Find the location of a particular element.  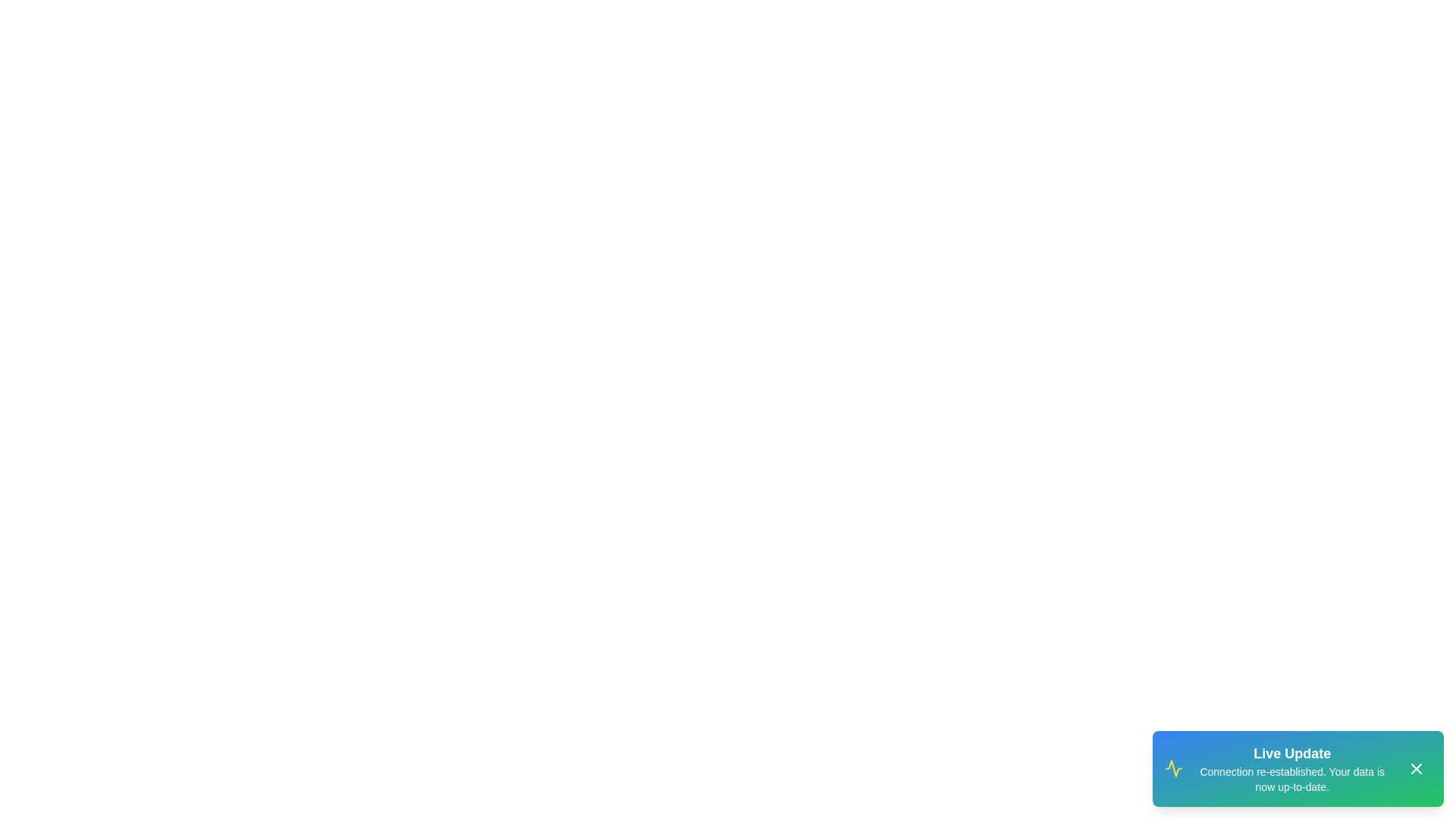

the snackbar's icon to inspect its visual state is located at coordinates (1173, 769).